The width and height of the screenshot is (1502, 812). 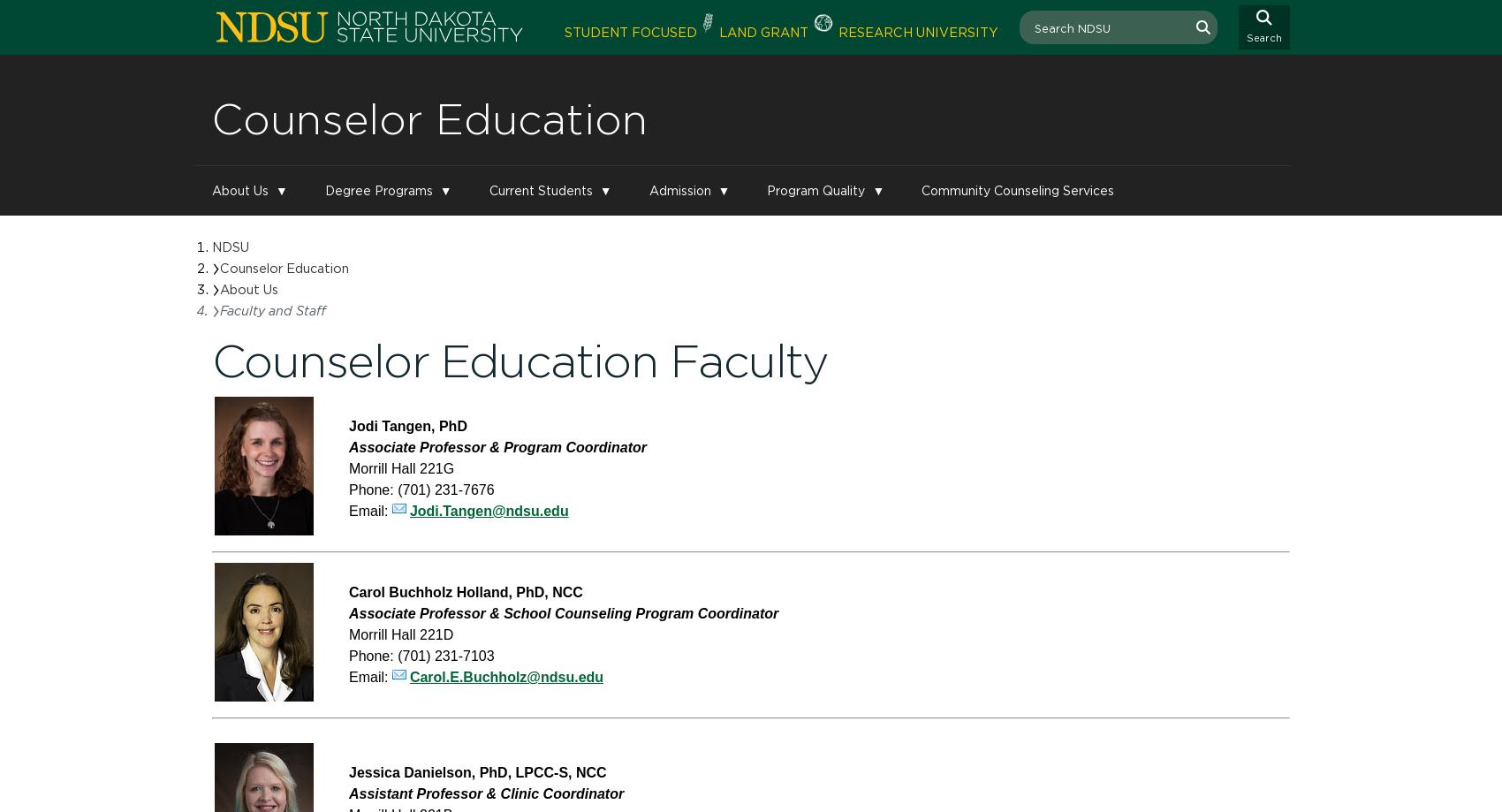 What do you see at coordinates (348, 425) in the screenshot?
I see `'Jodi Tangen, PhD'` at bounding box center [348, 425].